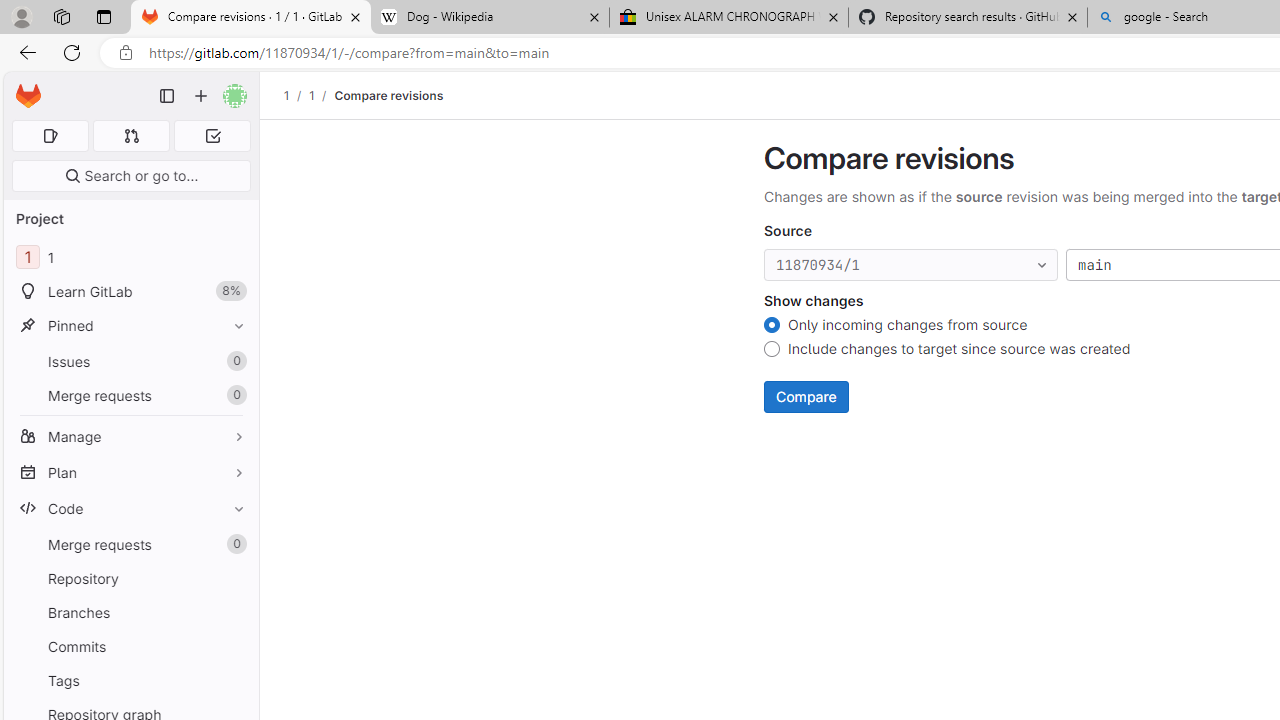 The width and height of the screenshot is (1280, 720). Describe the element at coordinates (770, 326) in the screenshot. I see `'Only incoming changes from source'` at that location.